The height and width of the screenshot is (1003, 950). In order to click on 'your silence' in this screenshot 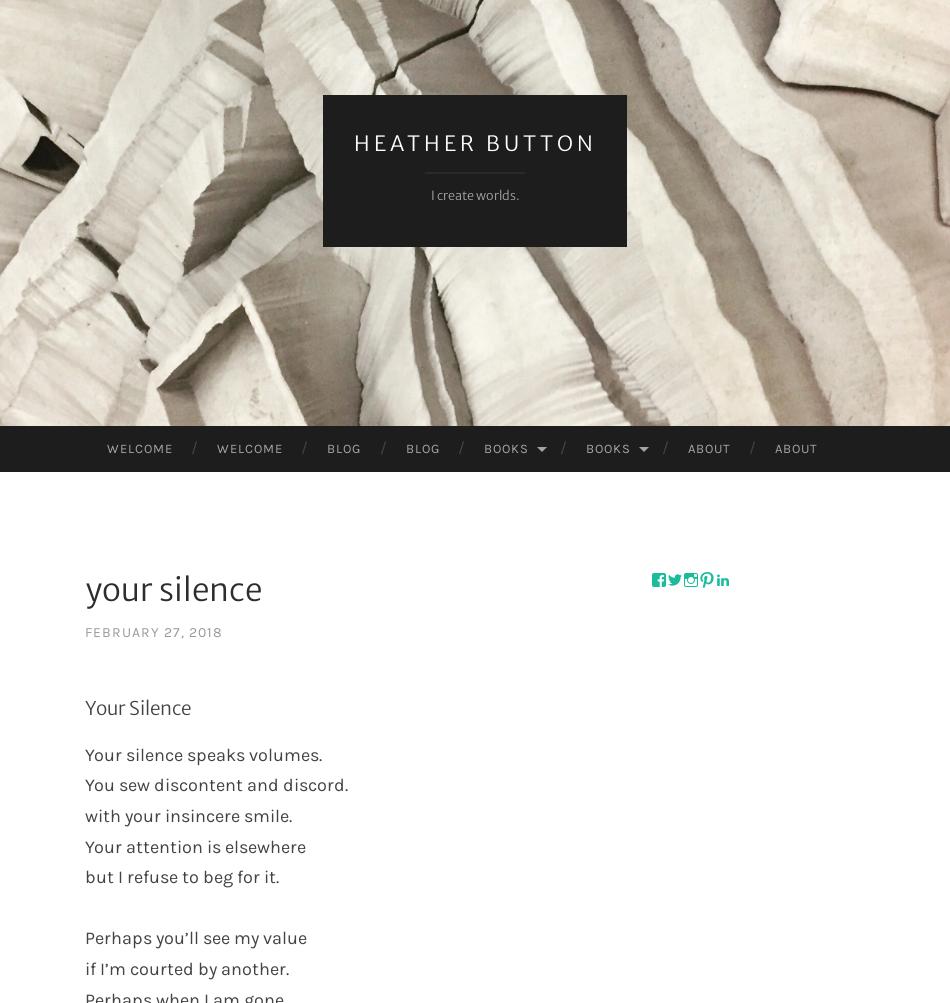, I will do `click(173, 587)`.